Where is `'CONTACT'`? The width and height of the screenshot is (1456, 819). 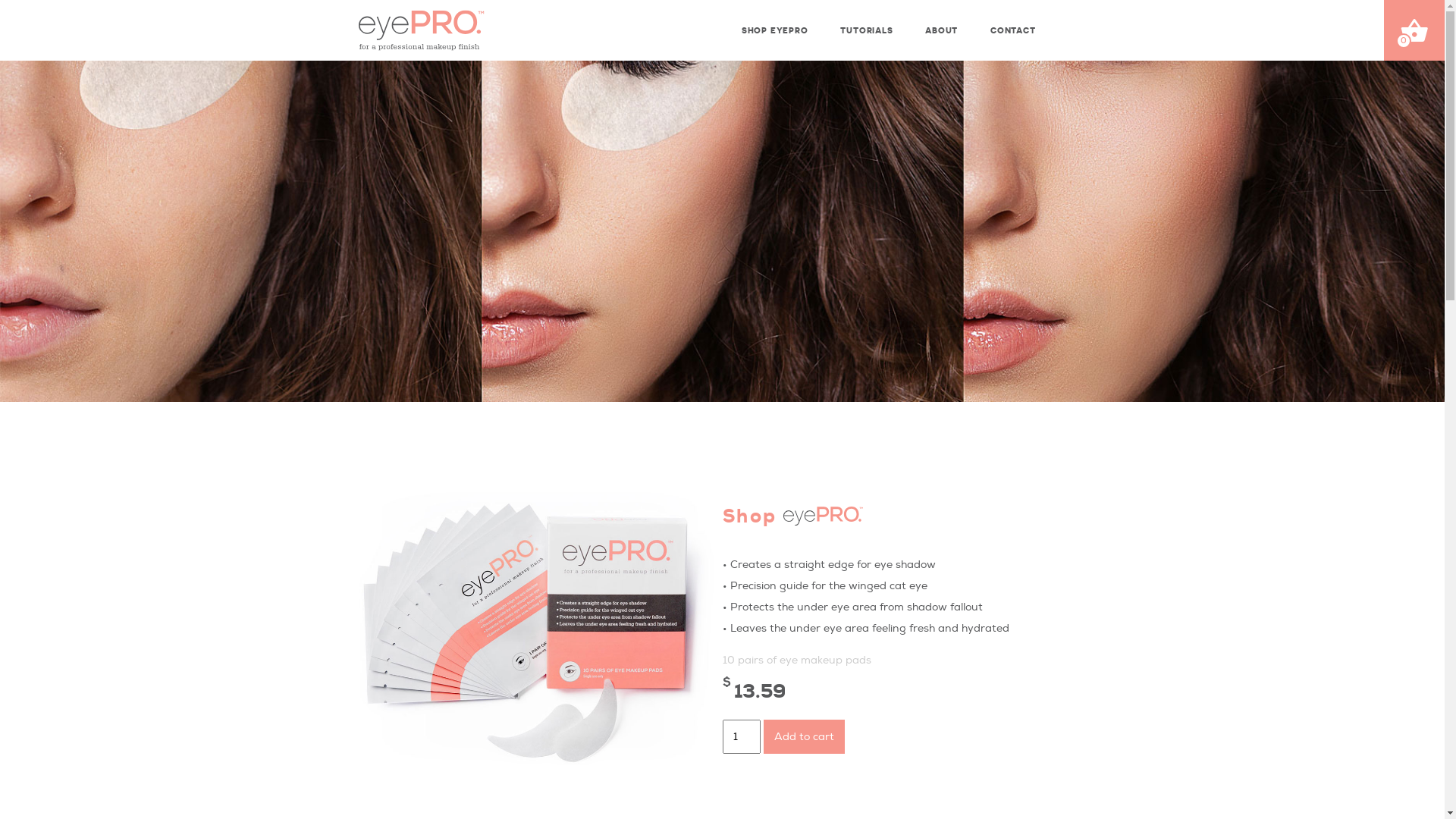
'CONTACT' is located at coordinates (1011, 25).